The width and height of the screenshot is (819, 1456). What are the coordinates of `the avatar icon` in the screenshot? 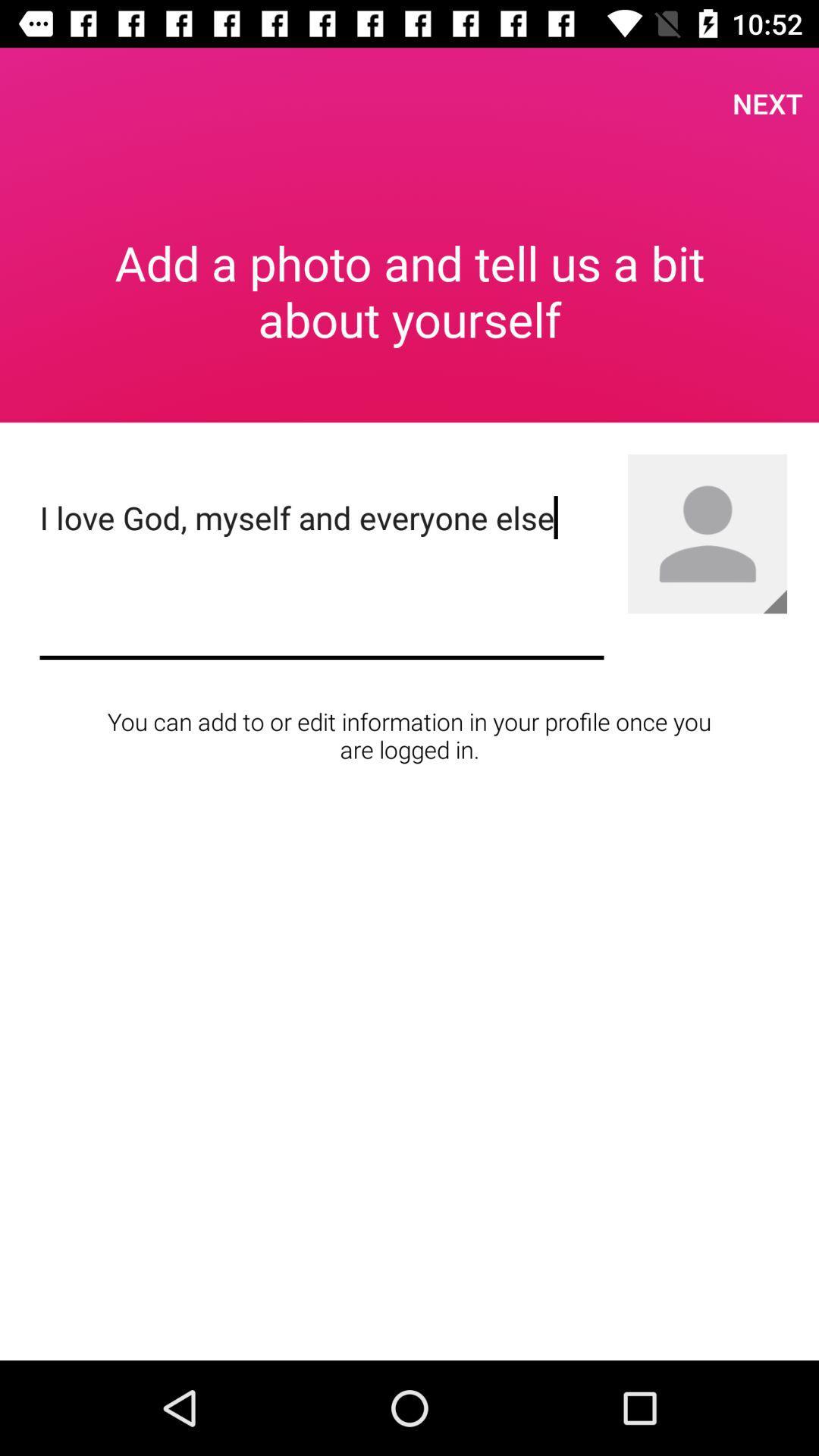 It's located at (708, 534).